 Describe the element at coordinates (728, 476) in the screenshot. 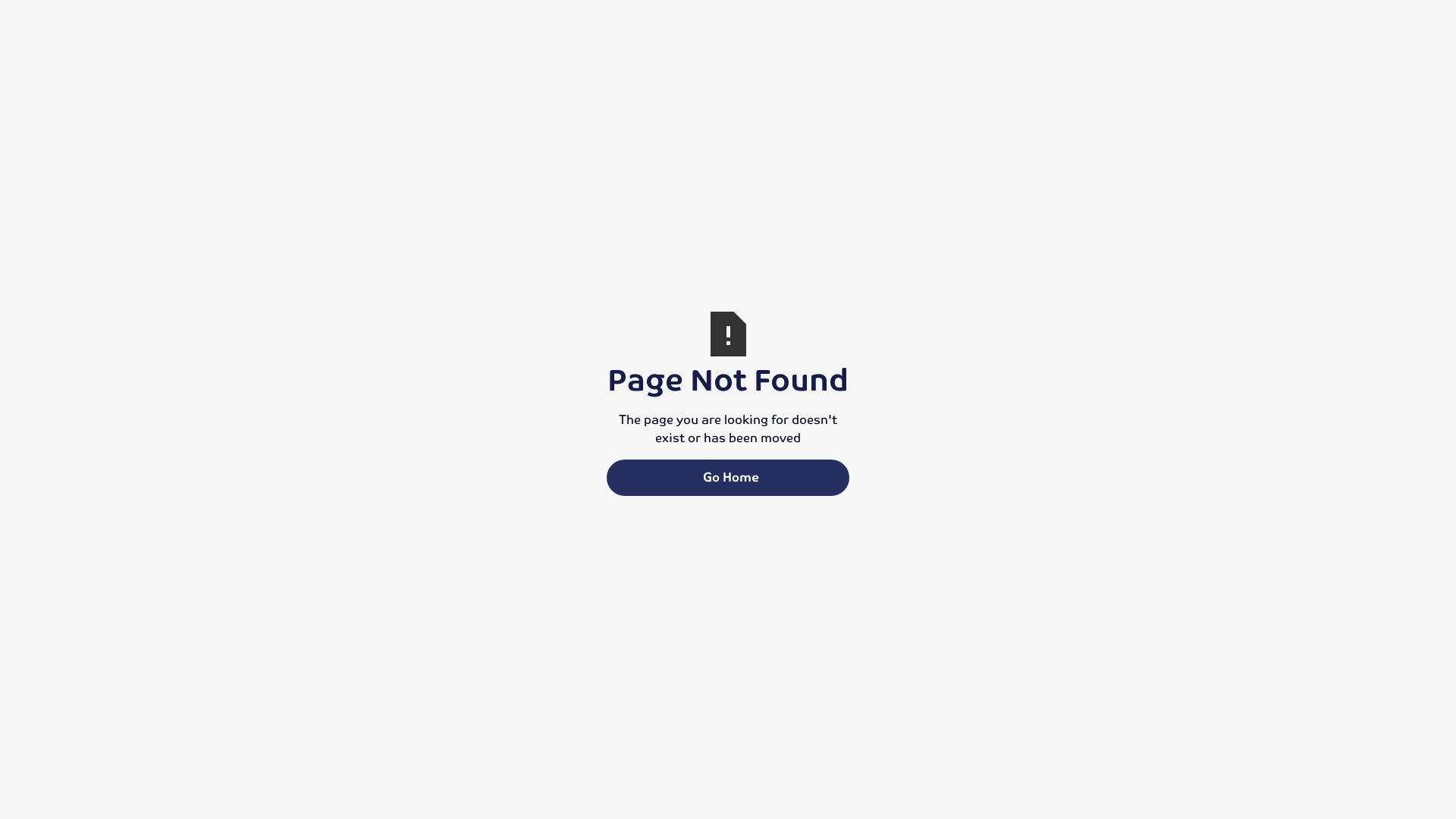

I see `'Go Home'` at that location.